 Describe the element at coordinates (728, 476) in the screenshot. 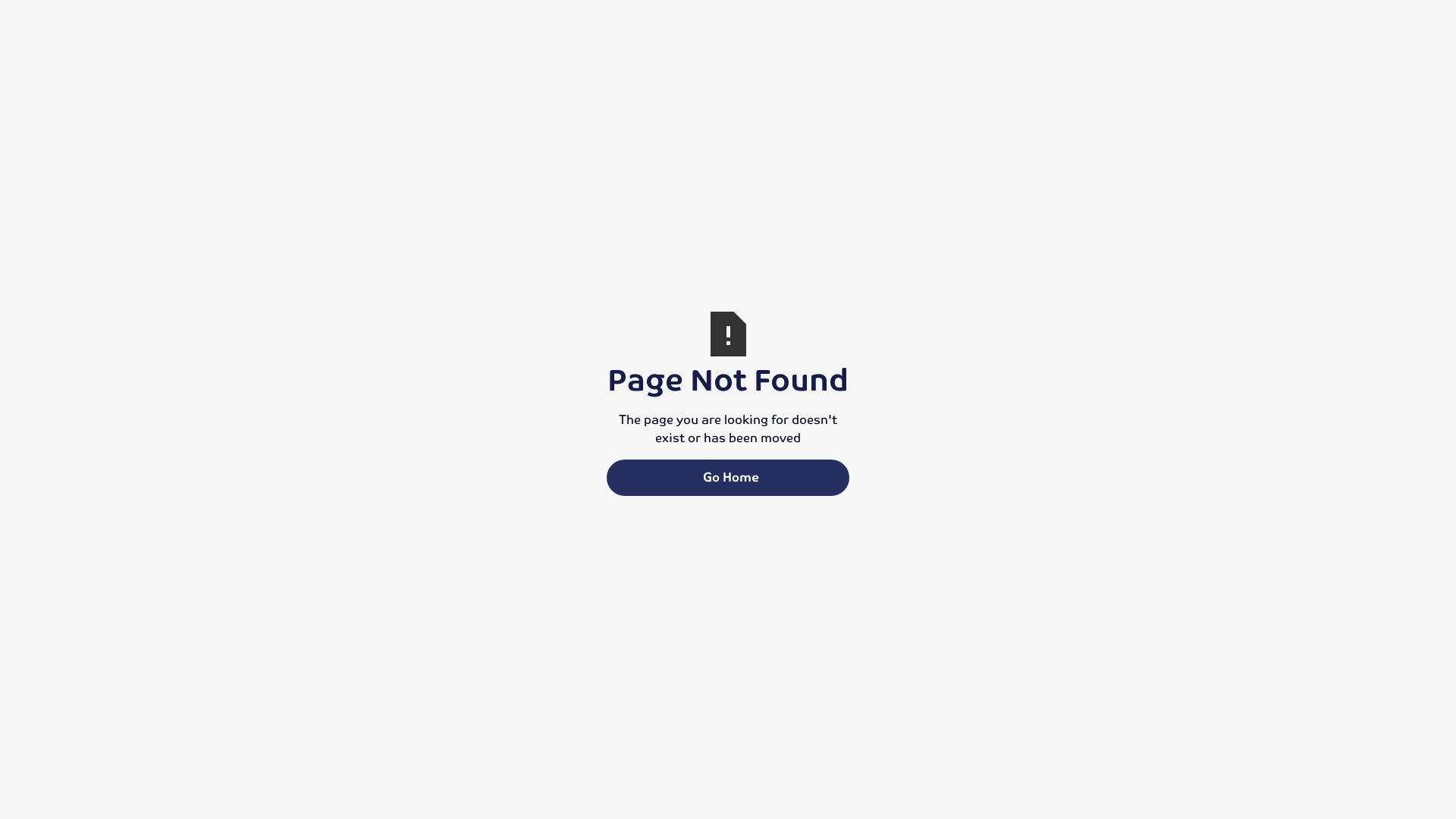

I see `'Go Home'` at that location.